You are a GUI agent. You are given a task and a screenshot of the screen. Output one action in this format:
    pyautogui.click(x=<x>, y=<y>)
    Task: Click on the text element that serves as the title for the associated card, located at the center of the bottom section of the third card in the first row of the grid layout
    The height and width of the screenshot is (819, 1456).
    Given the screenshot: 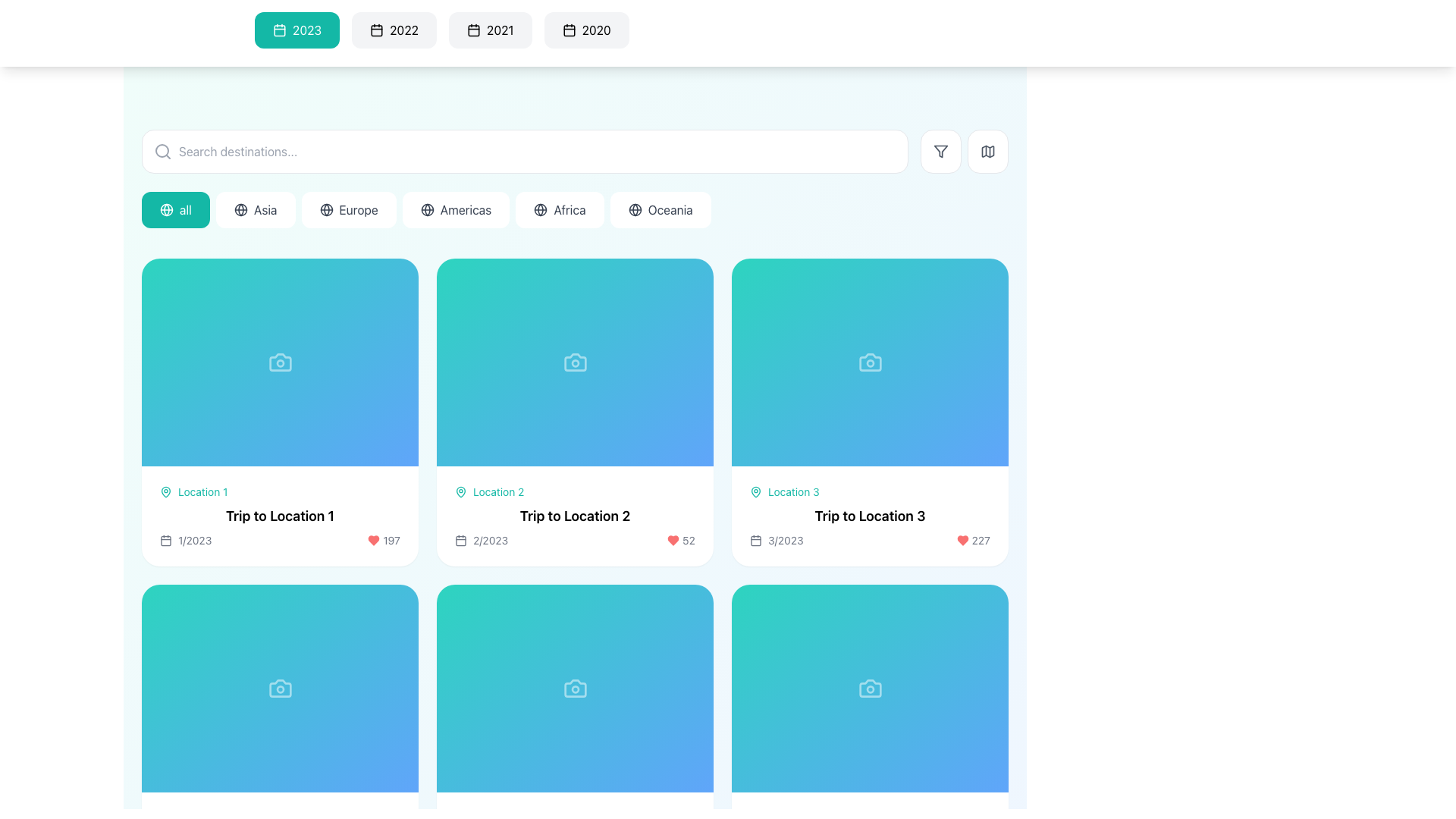 What is the action you would take?
    pyautogui.click(x=870, y=515)
    